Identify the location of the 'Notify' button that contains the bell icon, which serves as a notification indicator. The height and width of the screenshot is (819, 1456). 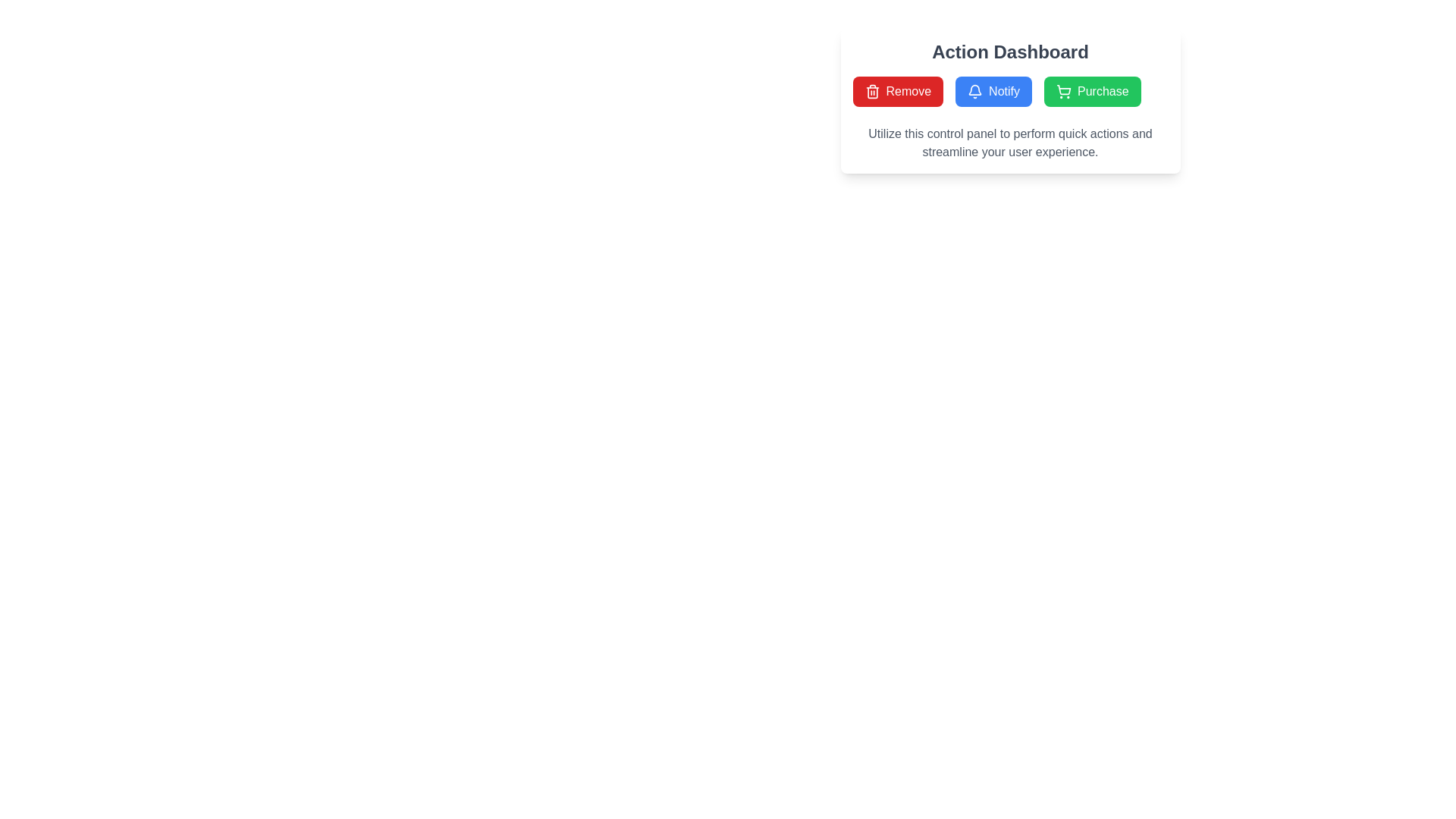
(975, 91).